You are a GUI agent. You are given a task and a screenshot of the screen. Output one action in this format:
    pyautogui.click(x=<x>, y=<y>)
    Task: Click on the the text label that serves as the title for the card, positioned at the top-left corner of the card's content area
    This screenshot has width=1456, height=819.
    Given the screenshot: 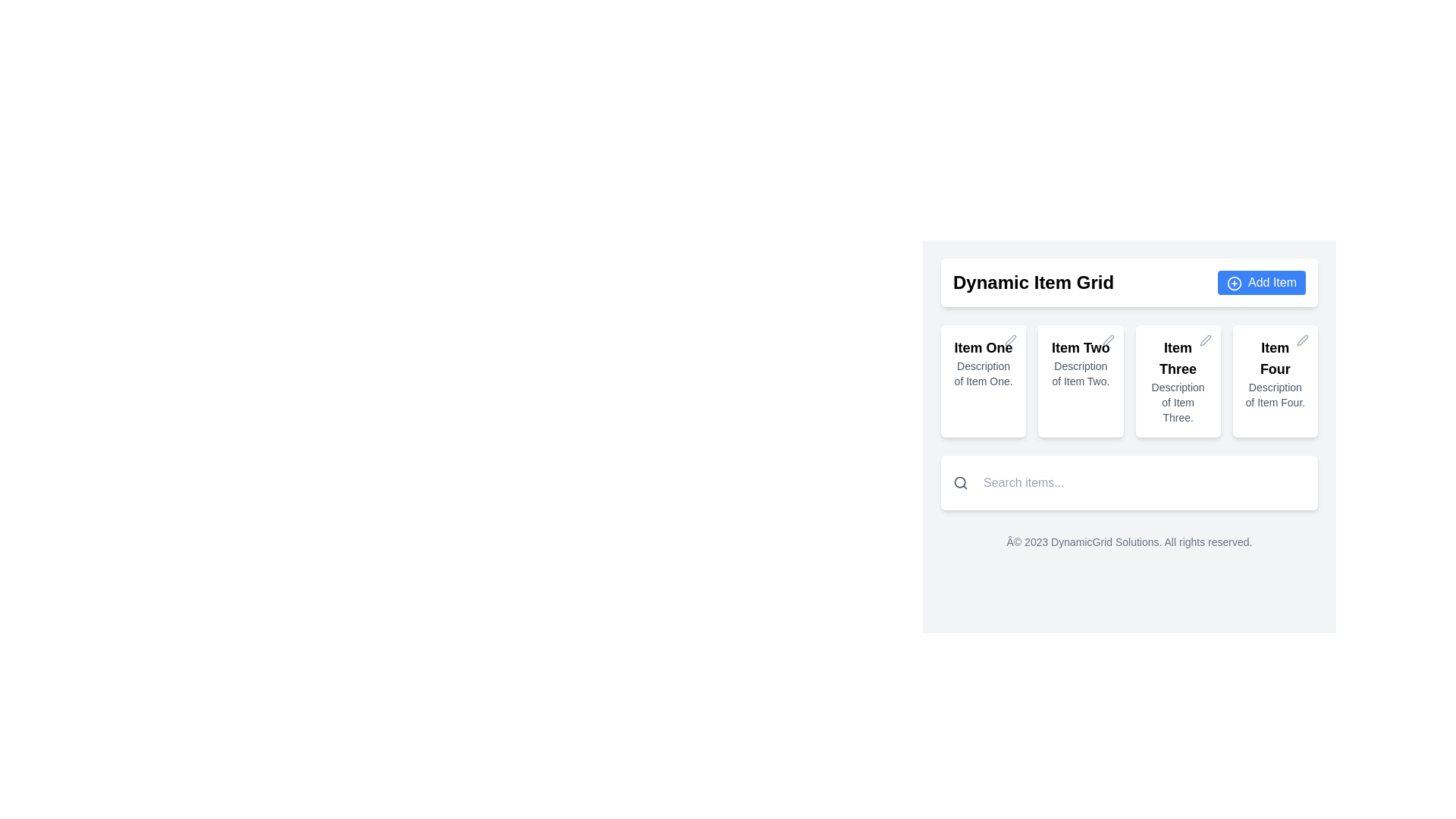 What is the action you would take?
    pyautogui.click(x=984, y=348)
    